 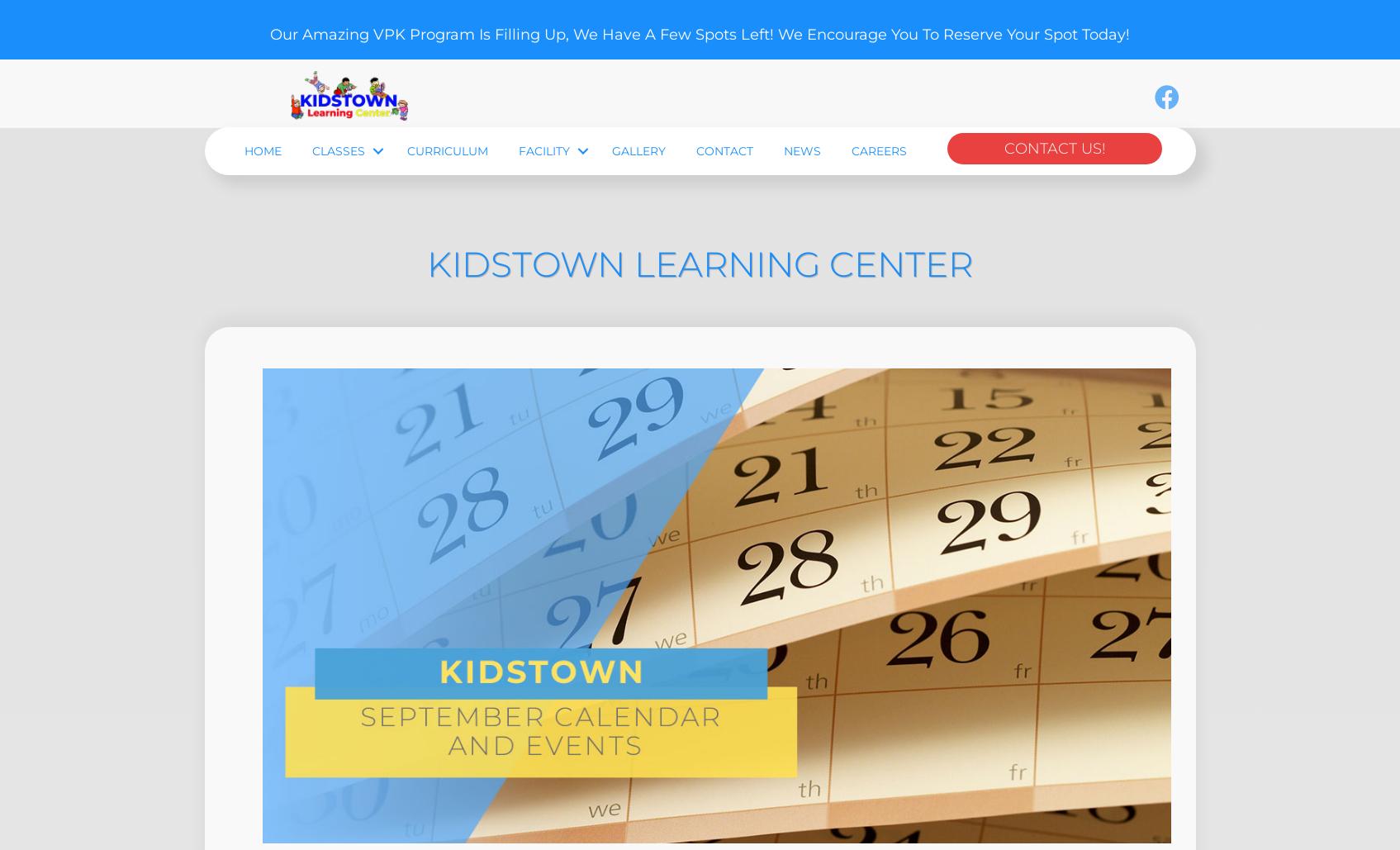 What do you see at coordinates (339, 245) in the screenshot?
I see `'Classes'` at bounding box center [339, 245].